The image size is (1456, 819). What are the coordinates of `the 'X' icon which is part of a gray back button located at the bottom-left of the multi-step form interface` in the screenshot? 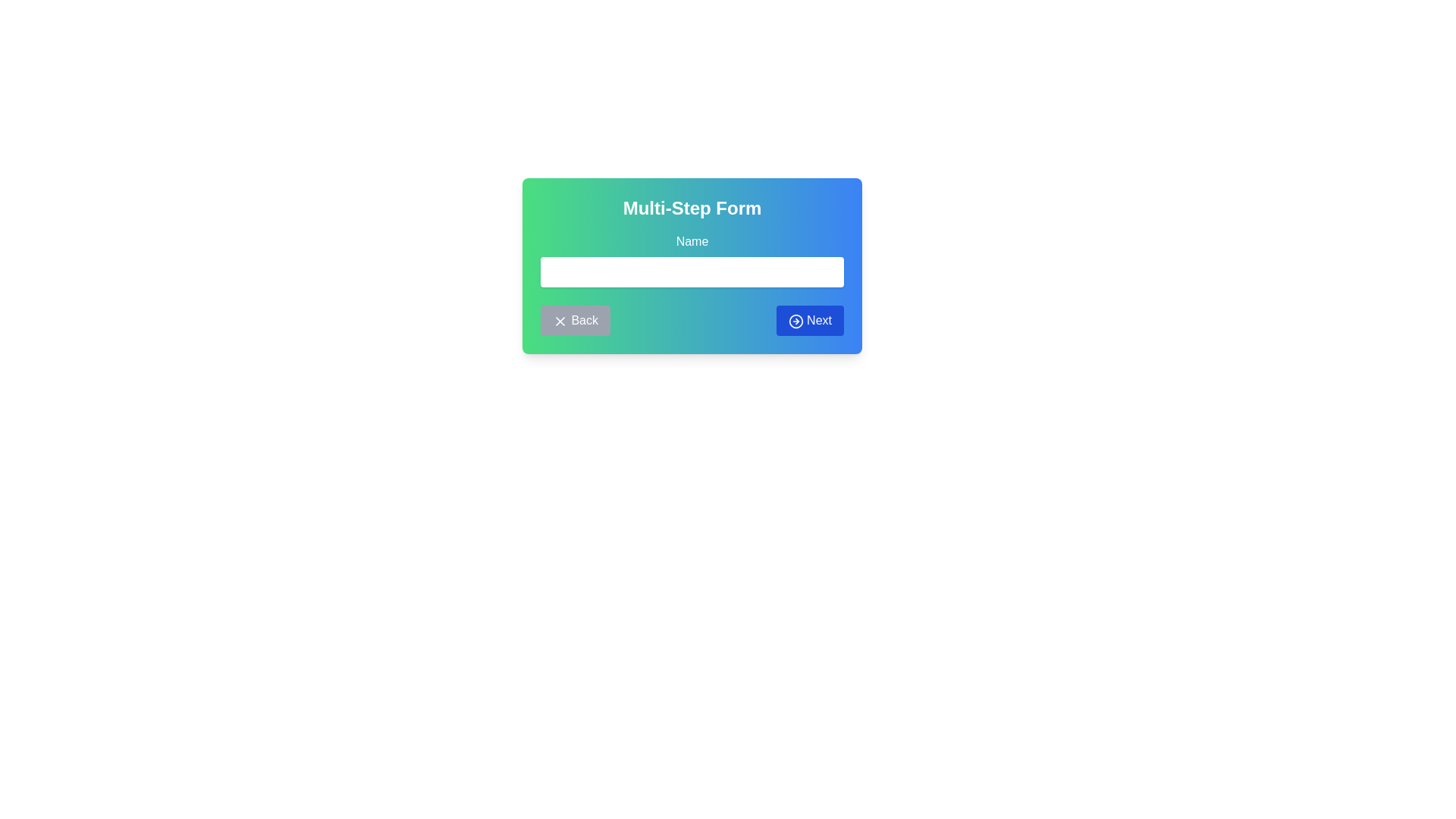 It's located at (560, 320).